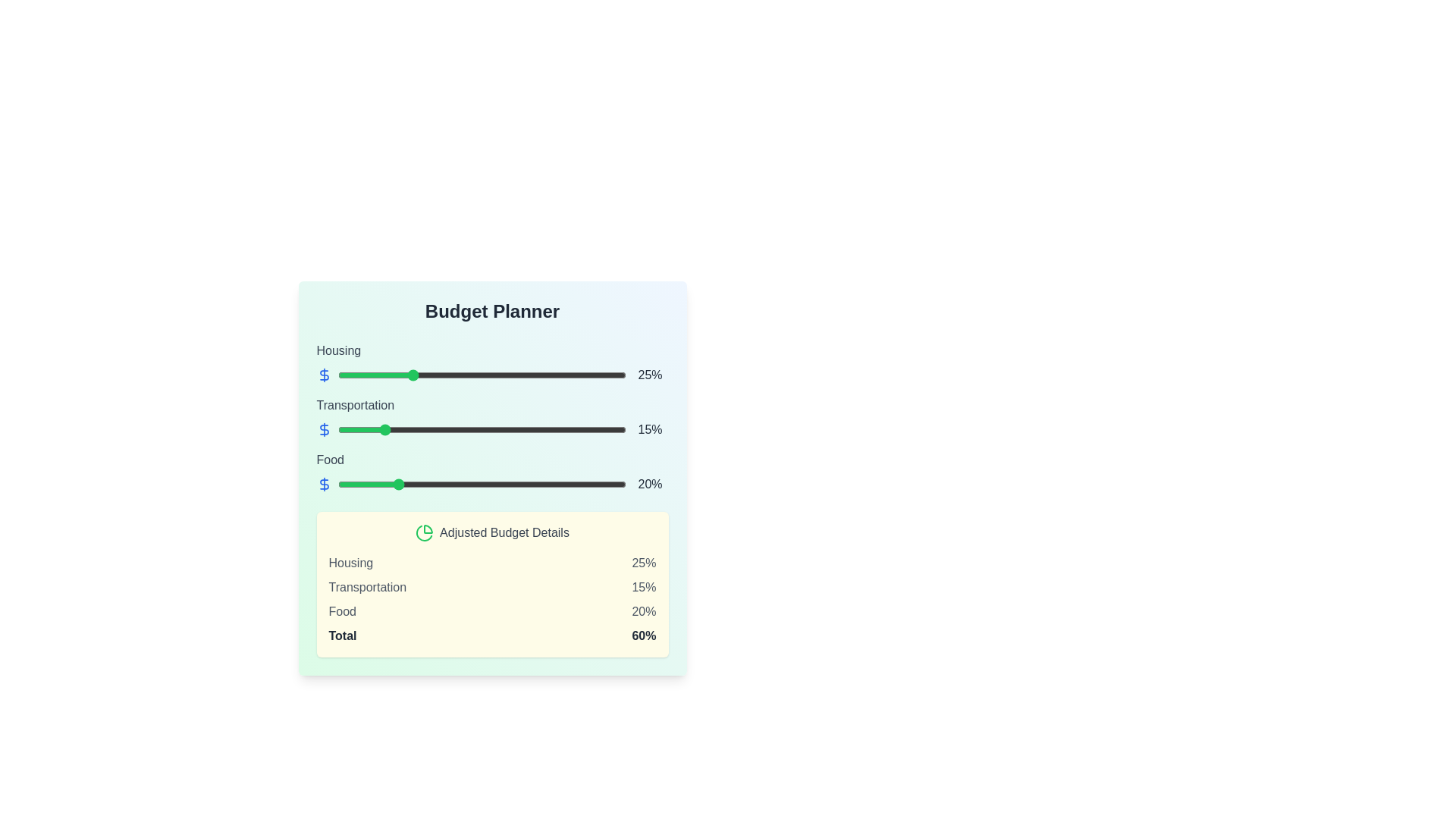 The width and height of the screenshot is (1456, 819). What do you see at coordinates (533, 430) in the screenshot?
I see `transportation budget percentage` at bounding box center [533, 430].